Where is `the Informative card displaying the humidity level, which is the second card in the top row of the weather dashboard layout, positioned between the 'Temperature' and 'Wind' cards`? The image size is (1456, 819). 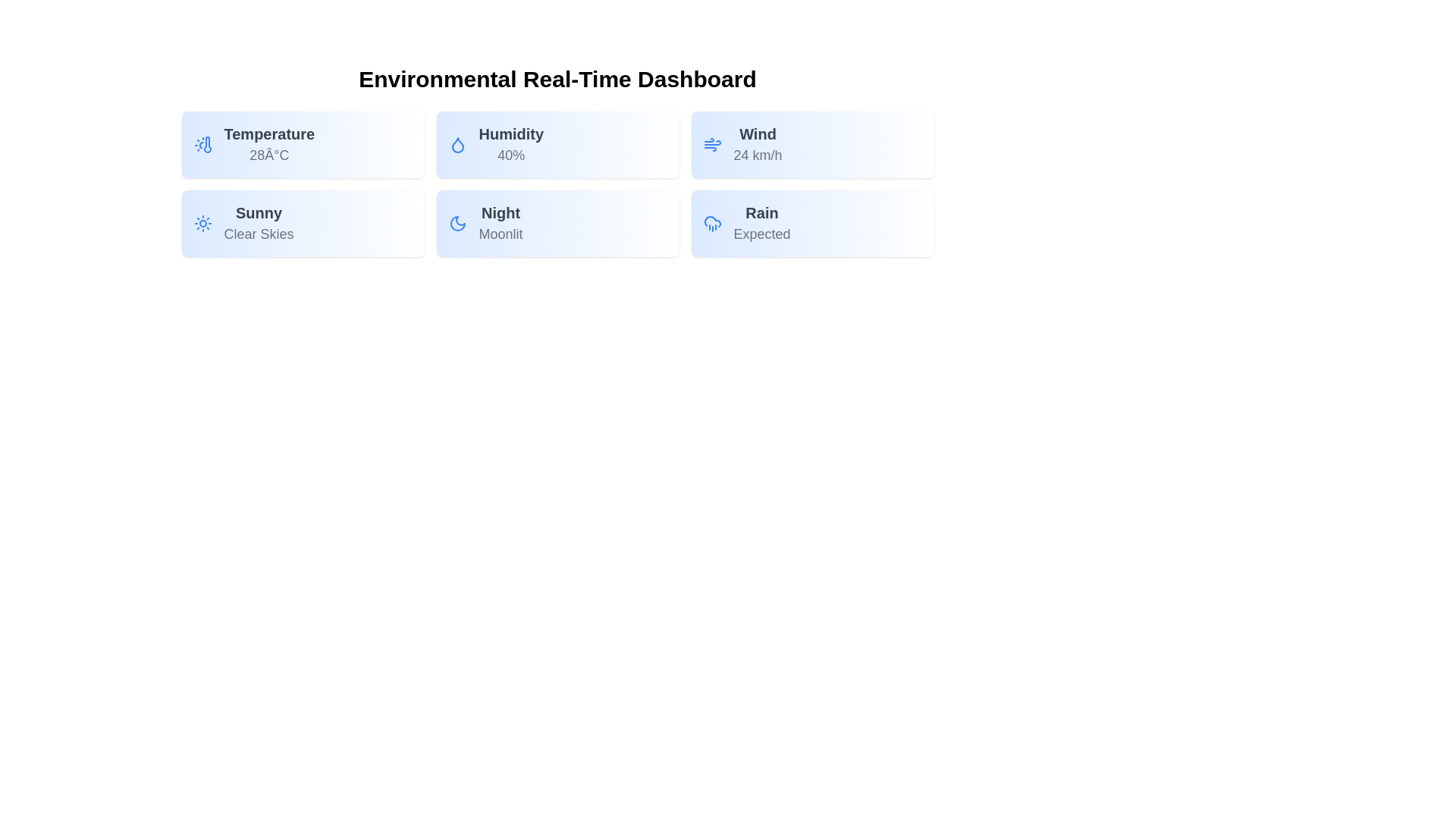 the Informative card displaying the humidity level, which is the second card in the top row of the weather dashboard layout, positioned between the 'Temperature' and 'Wind' cards is located at coordinates (557, 145).